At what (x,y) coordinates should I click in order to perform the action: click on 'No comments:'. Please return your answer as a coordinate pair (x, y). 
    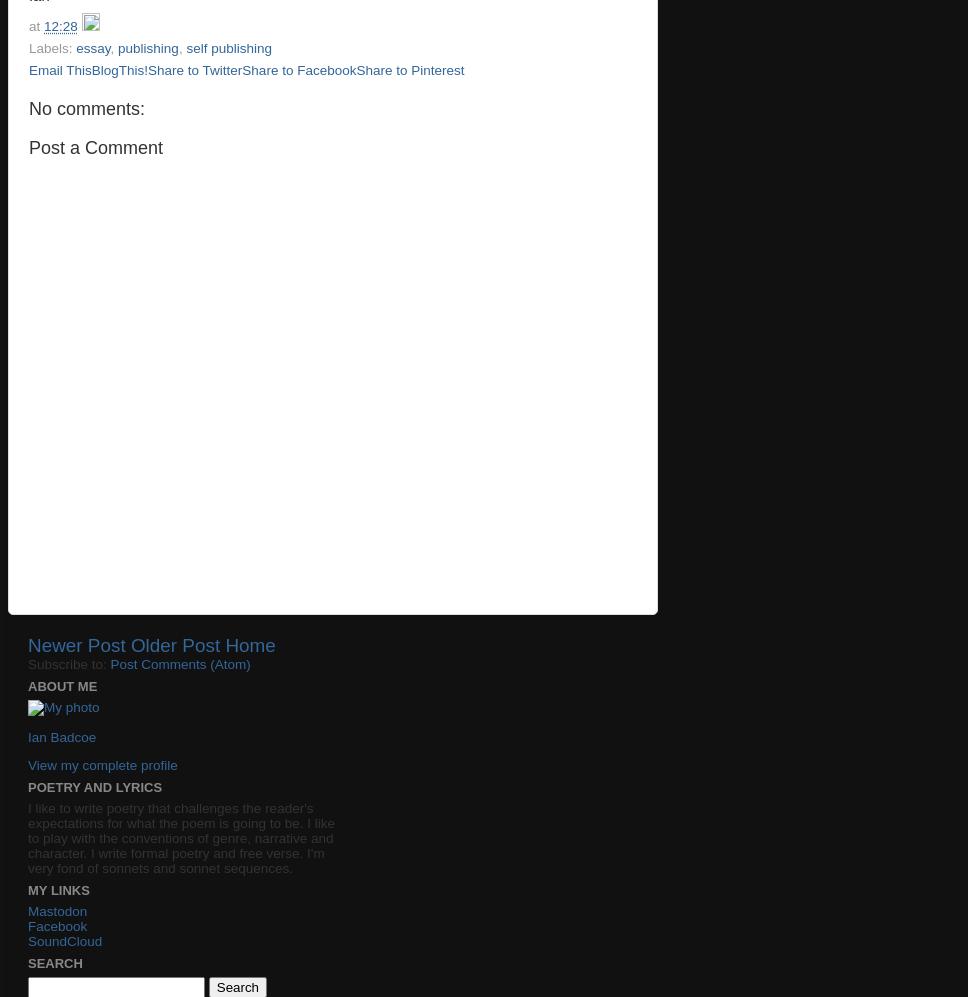
    Looking at the image, I should click on (87, 108).